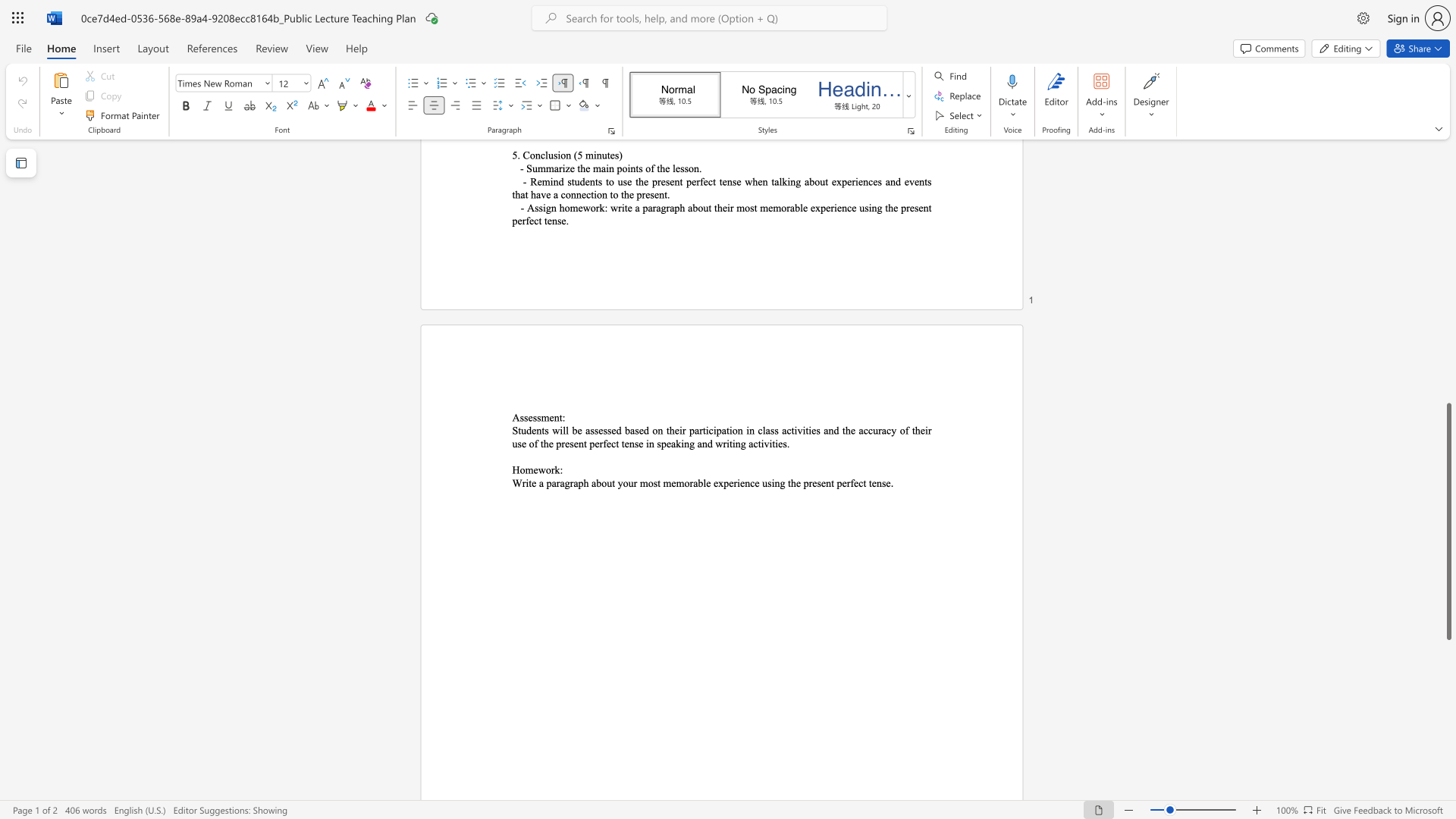  I want to click on the subset text "graph about your most memorable experience using the present perfect ten" within the text "Write a paragraph about your most memorable experience using the present perfect tense", so click(563, 483).